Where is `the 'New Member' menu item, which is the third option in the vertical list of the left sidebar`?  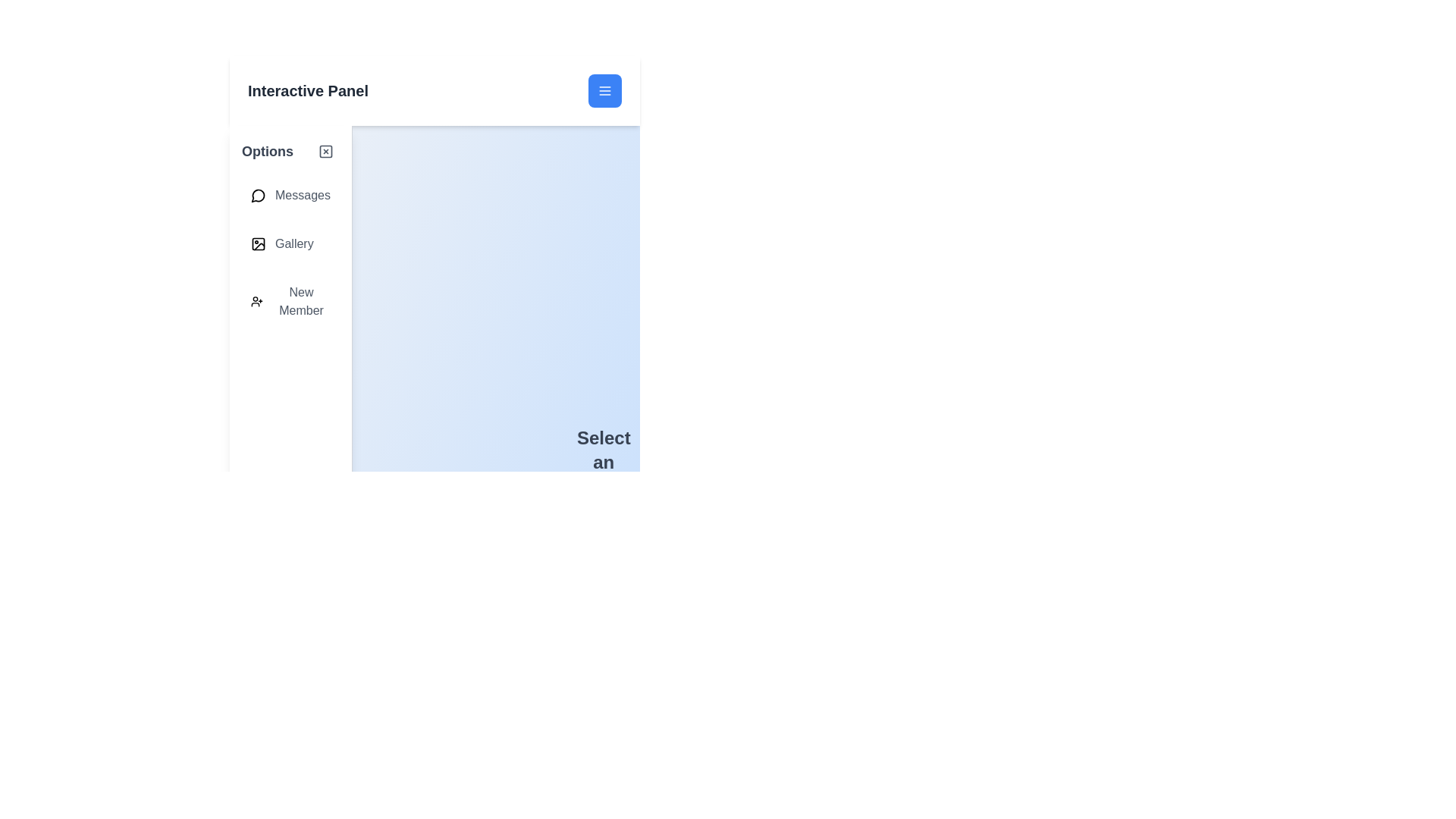
the 'New Member' menu item, which is the third option in the vertical list of the left sidebar is located at coordinates (290, 301).